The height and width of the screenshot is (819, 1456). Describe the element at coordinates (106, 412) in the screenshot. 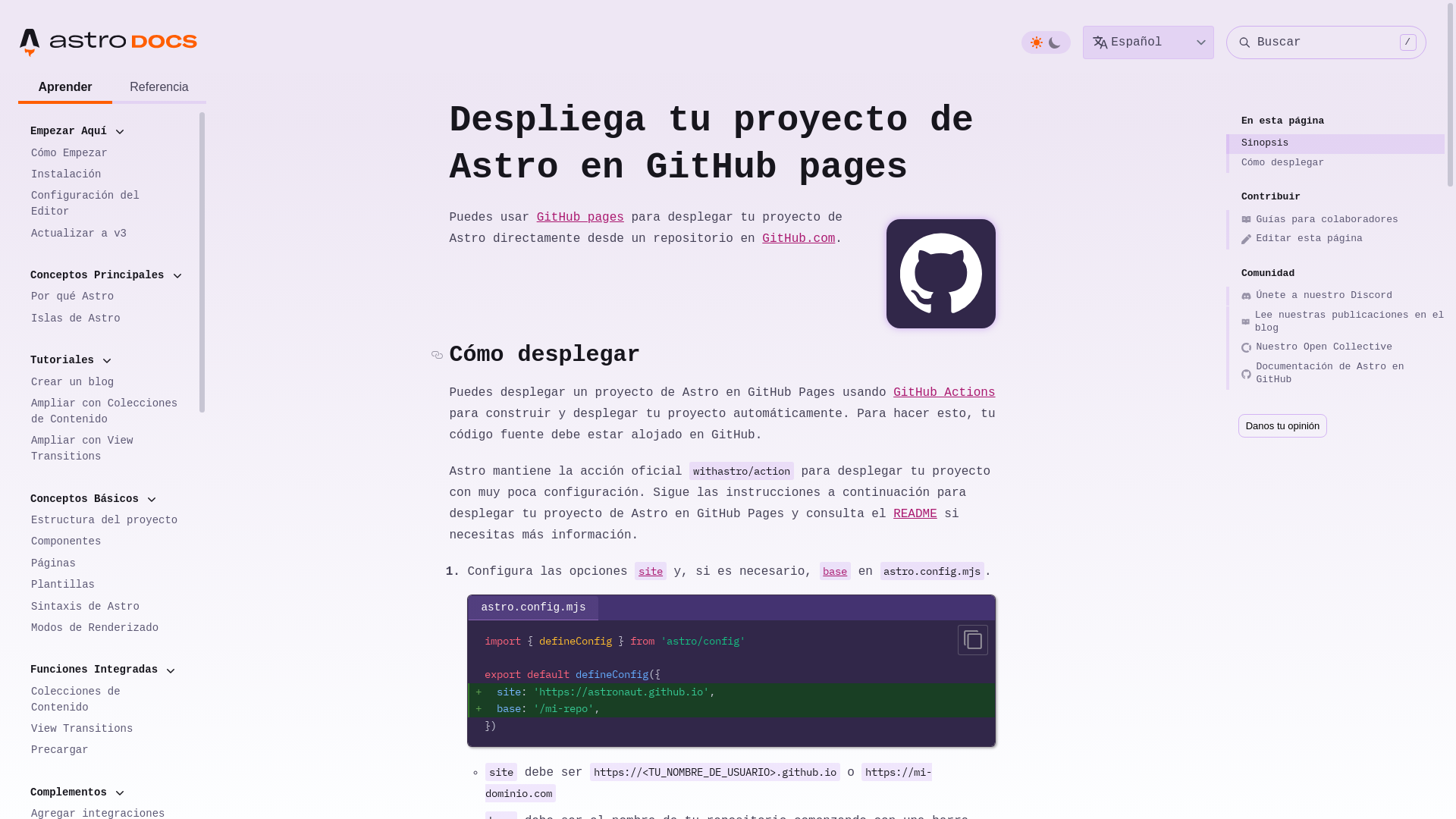

I see `'Ampliar con Colecciones de Contenido'` at that location.